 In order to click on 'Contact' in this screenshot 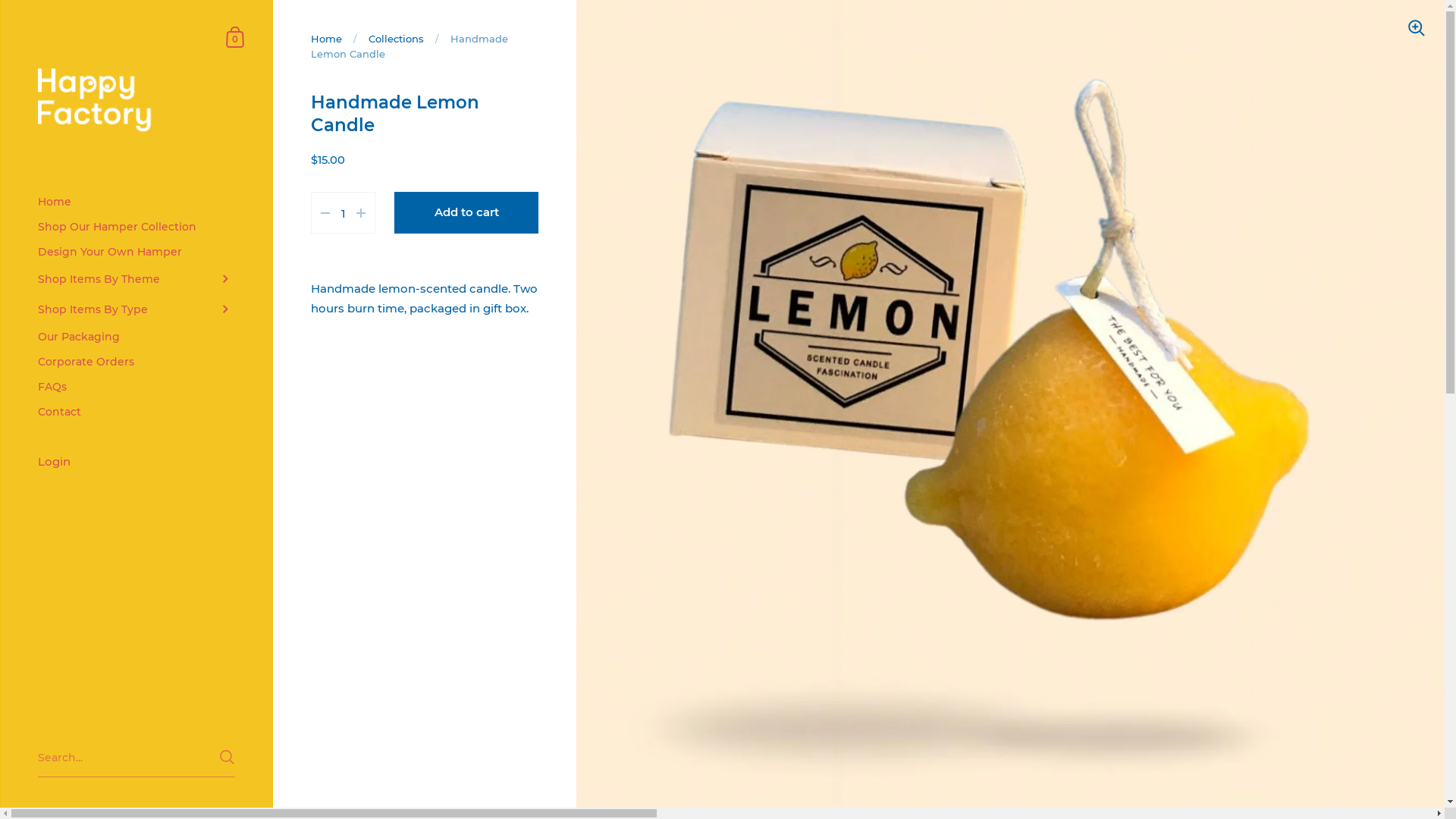, I will do `click(136, 412)`.